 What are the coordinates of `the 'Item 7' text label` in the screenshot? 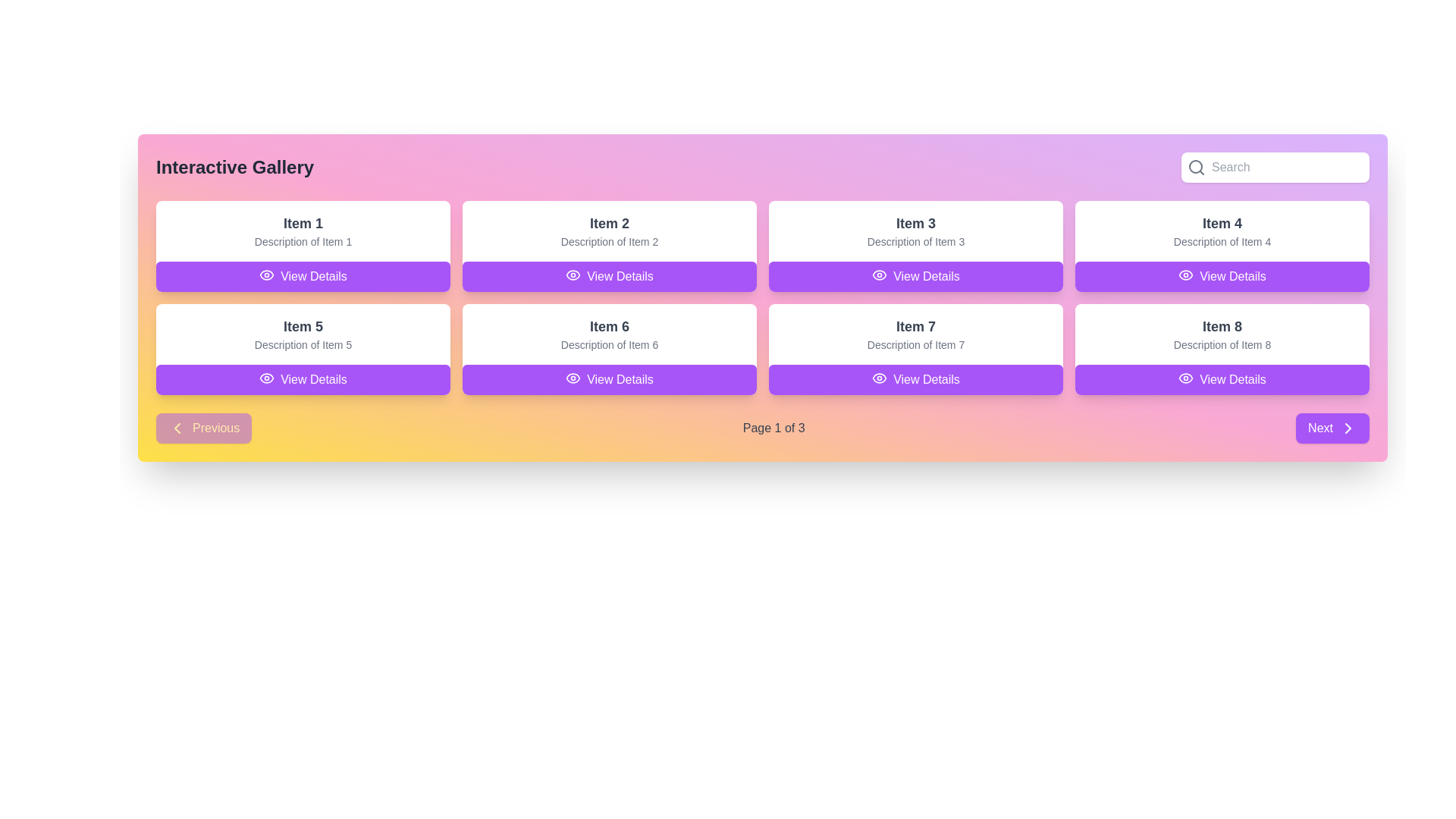 It's located at (915, 326).